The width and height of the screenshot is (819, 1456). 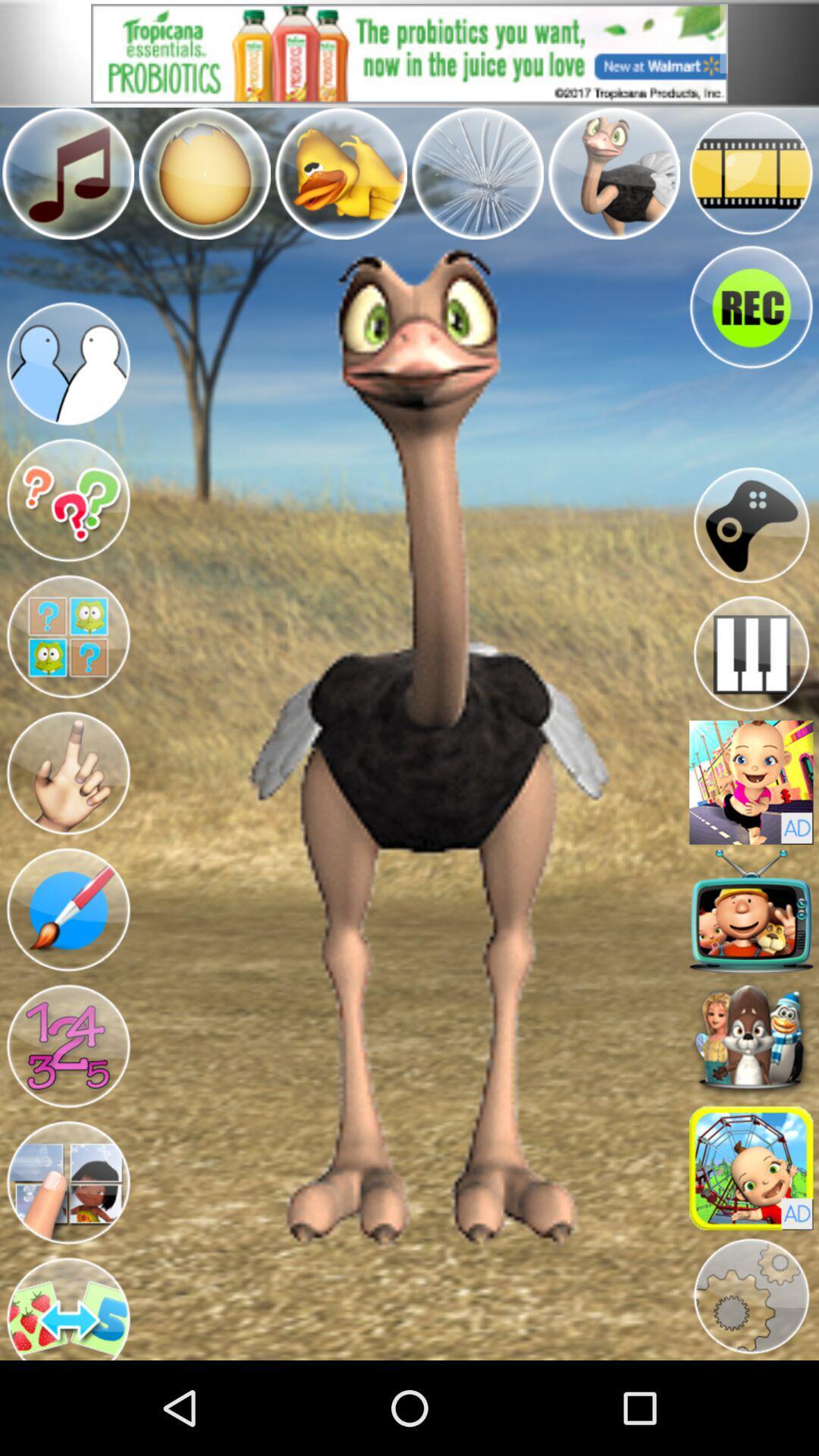 I want to click on the edit icon, so click(x=67, y=974).